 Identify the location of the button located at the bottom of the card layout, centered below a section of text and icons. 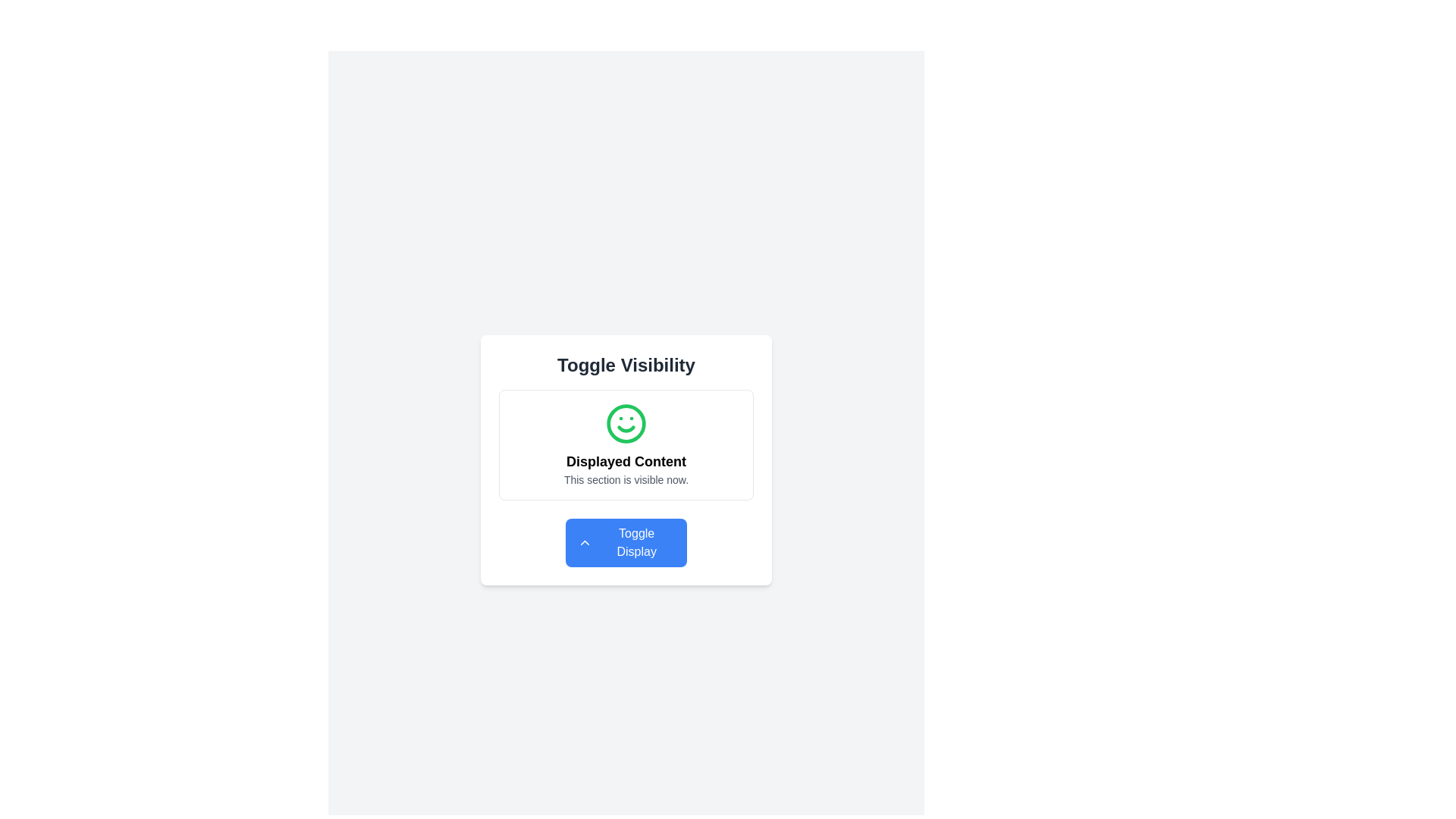
(626, 542).